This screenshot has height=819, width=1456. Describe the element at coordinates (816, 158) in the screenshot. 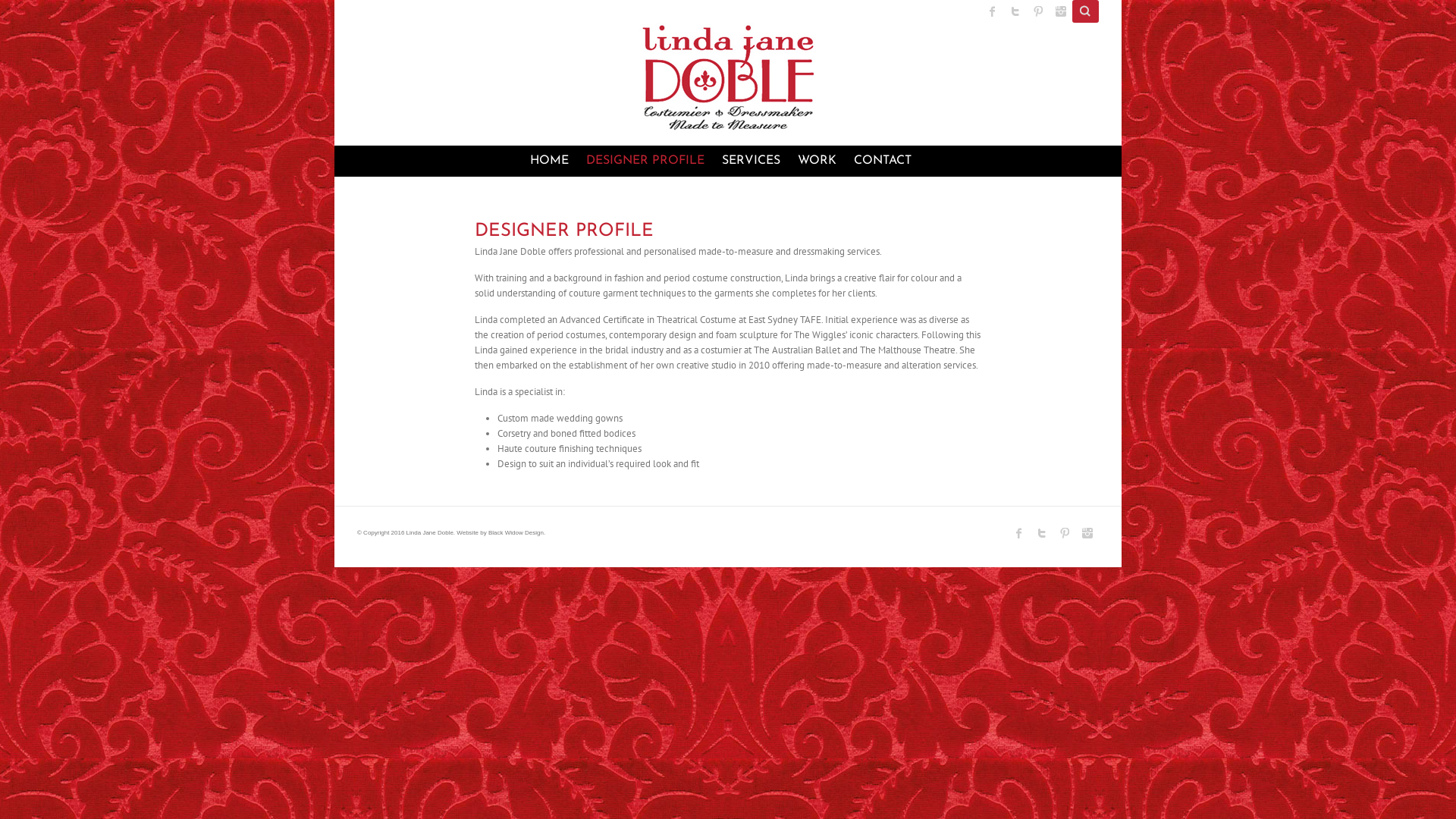

I see `'WORK'` at that location.